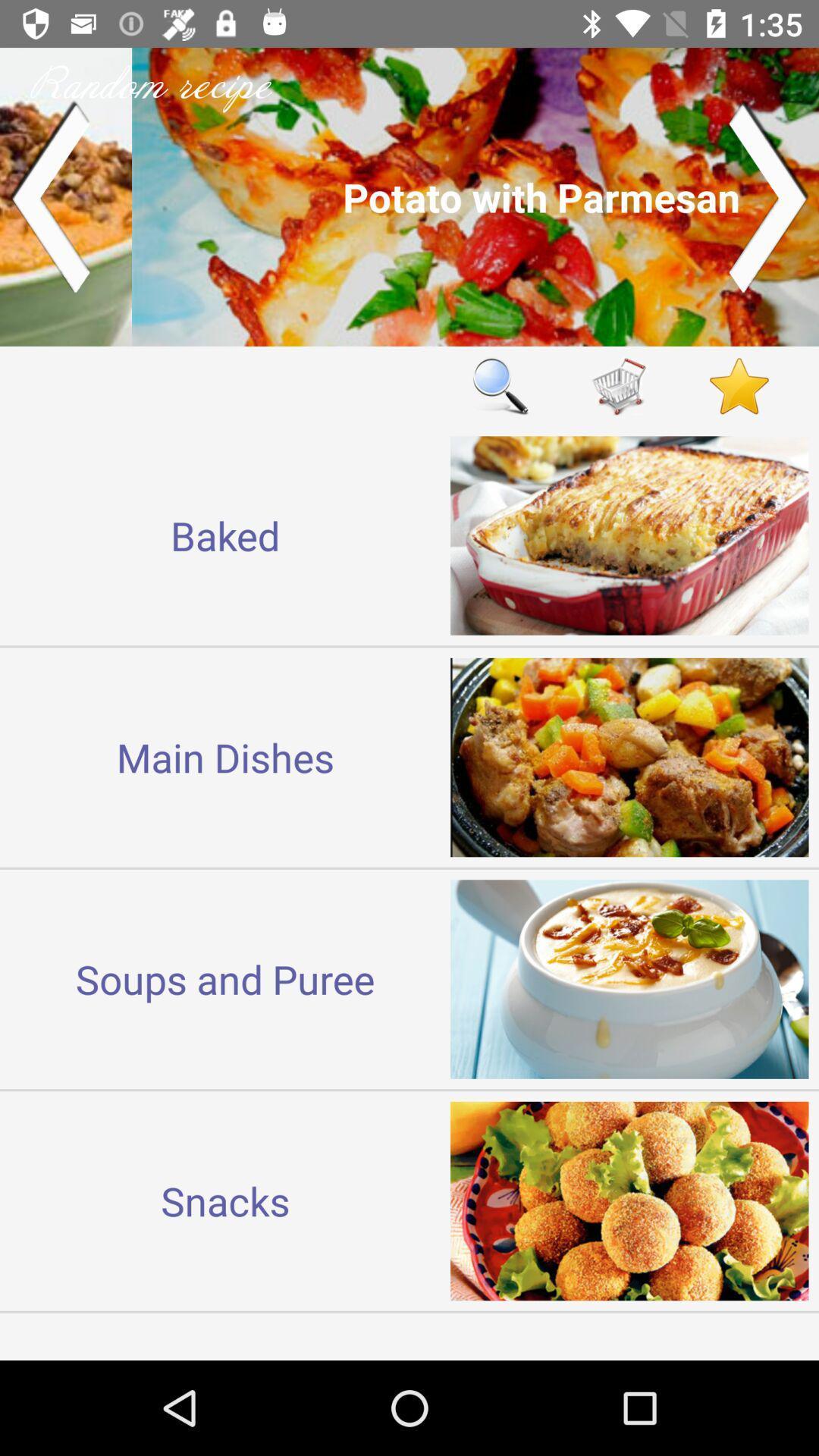 The image size is (819, 1456). What do you see at coordinates (500, 386) in the screenshot?
I see `search` at bounding box center [500, 386].